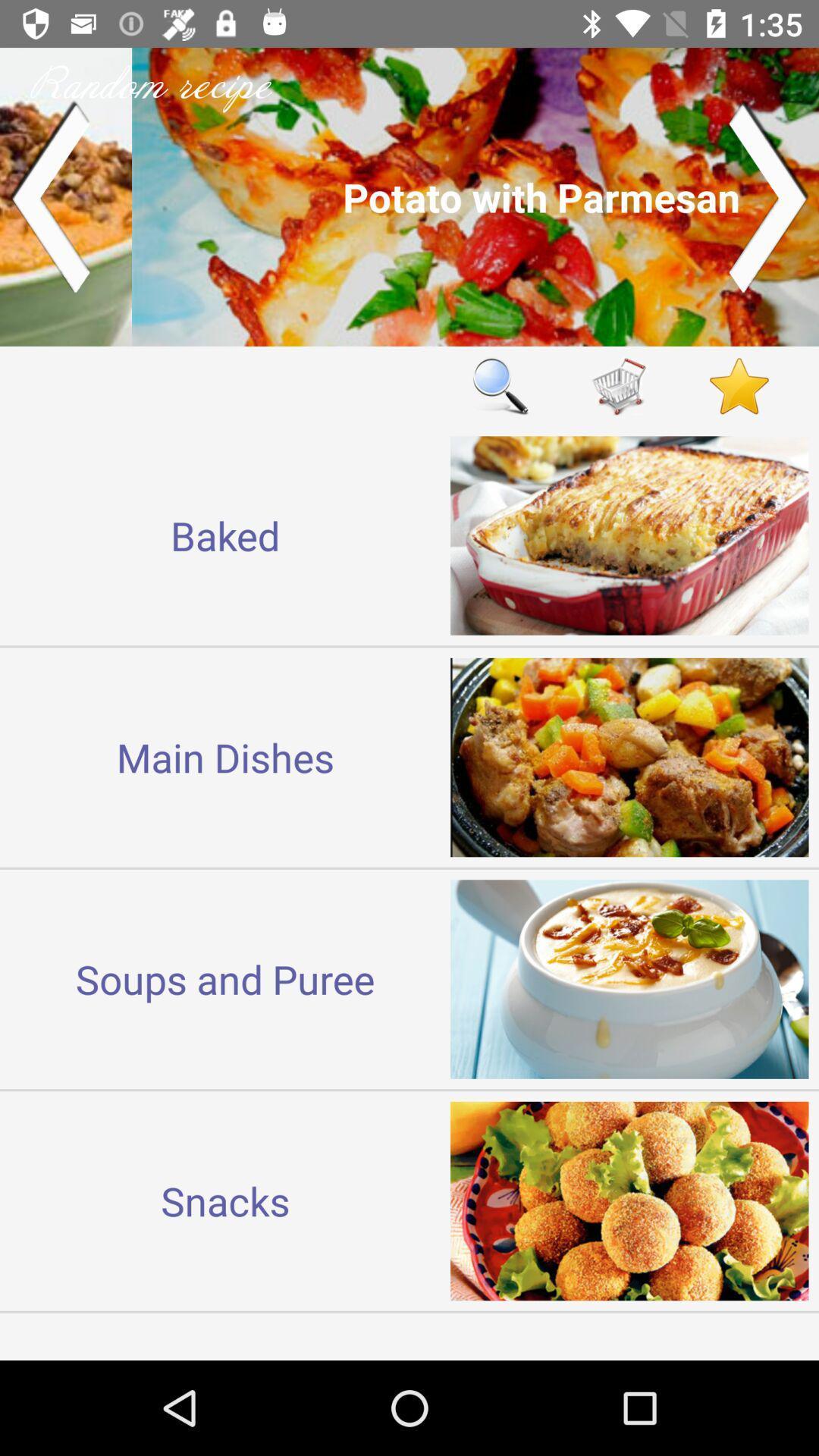 The image size is (819, 1456). What do you see at coordinates (500, 386) in the screenshot?
I see `search` at bounding box center [500, 386].